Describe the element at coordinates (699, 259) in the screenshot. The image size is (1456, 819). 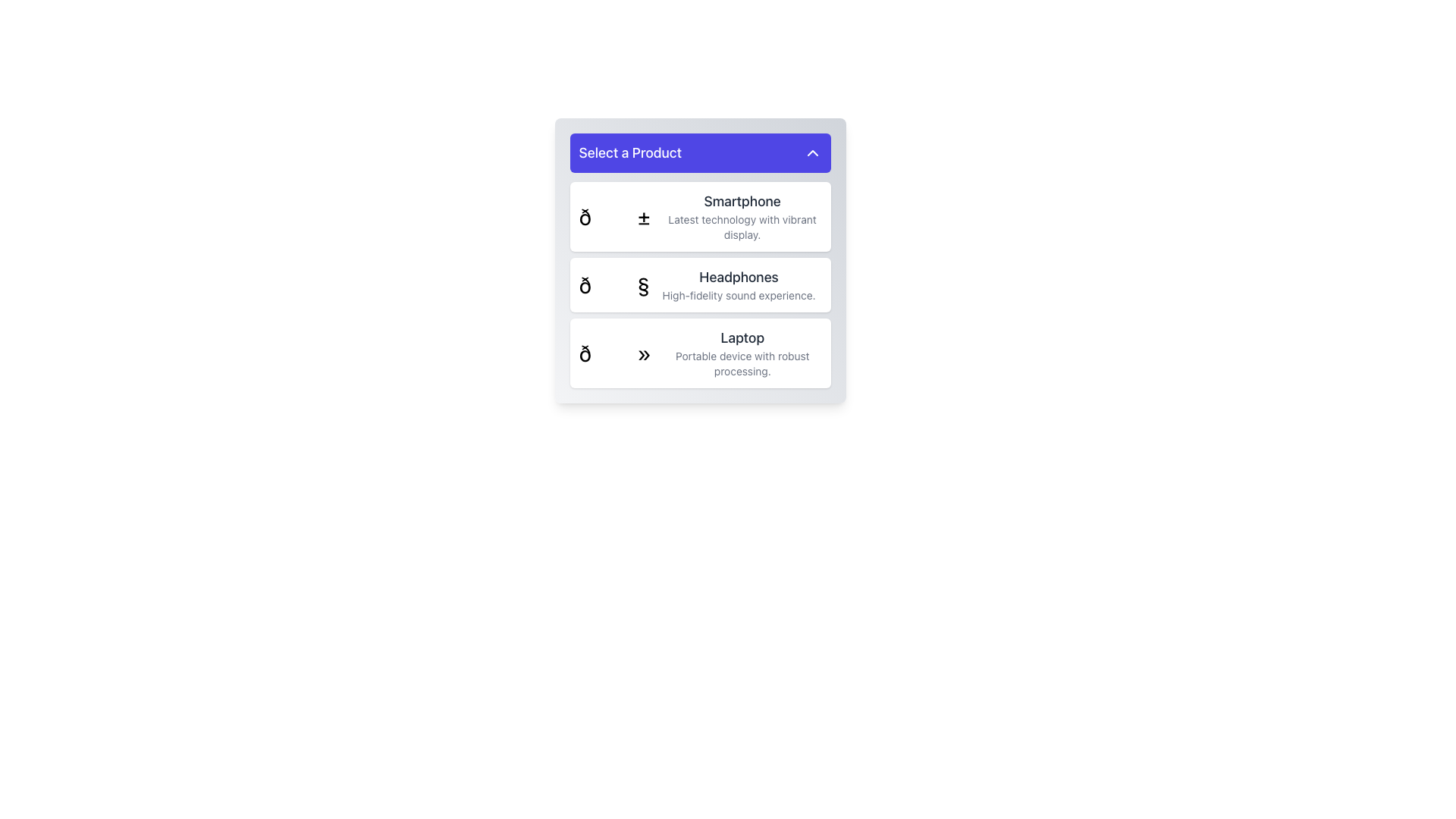
I see `the 'Headphones' selectable card, which is the second card in the vertical stack under the 'Select a Product.' header` at that location.